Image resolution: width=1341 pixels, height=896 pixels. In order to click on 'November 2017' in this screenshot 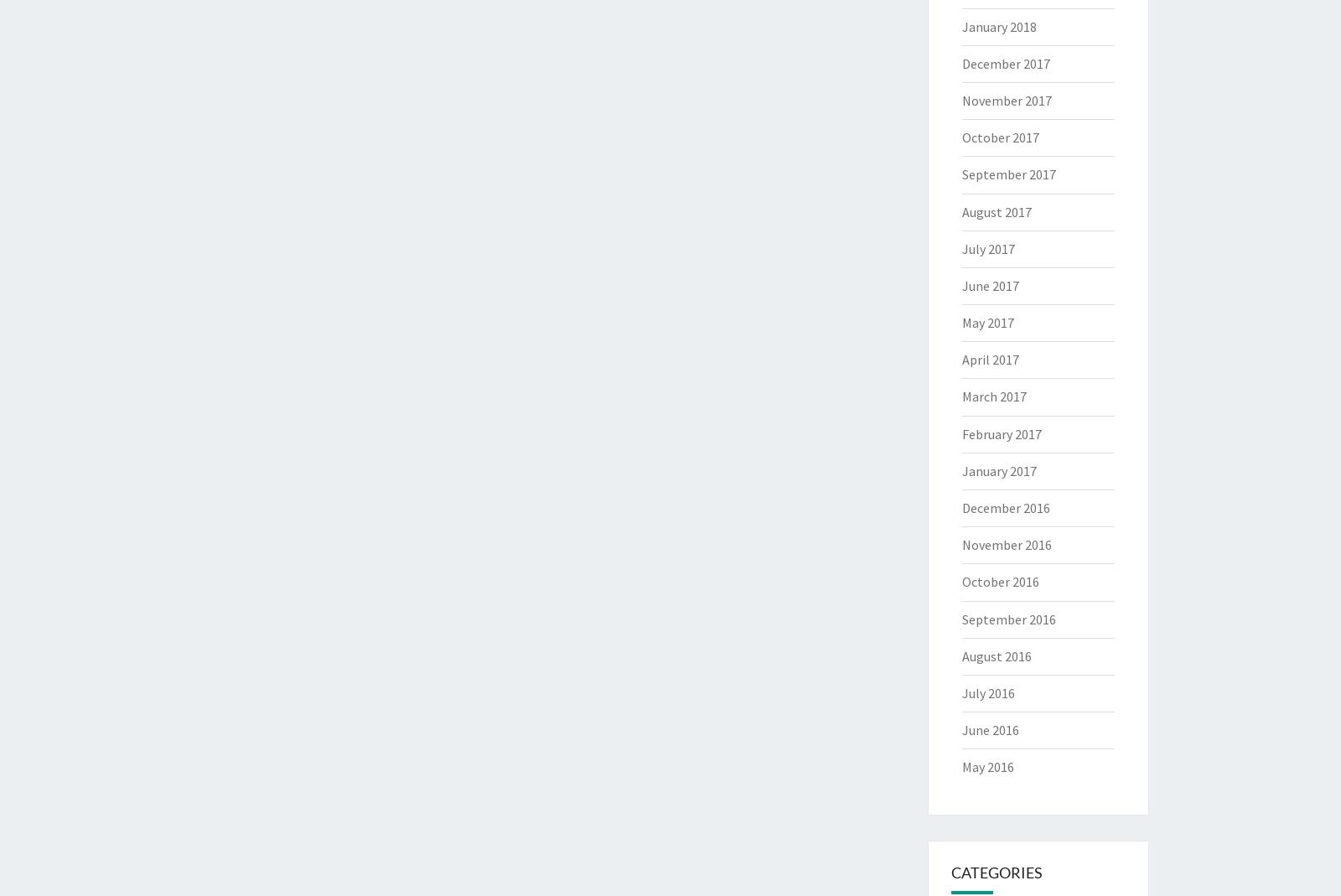, I will do `click(961, 99)`.